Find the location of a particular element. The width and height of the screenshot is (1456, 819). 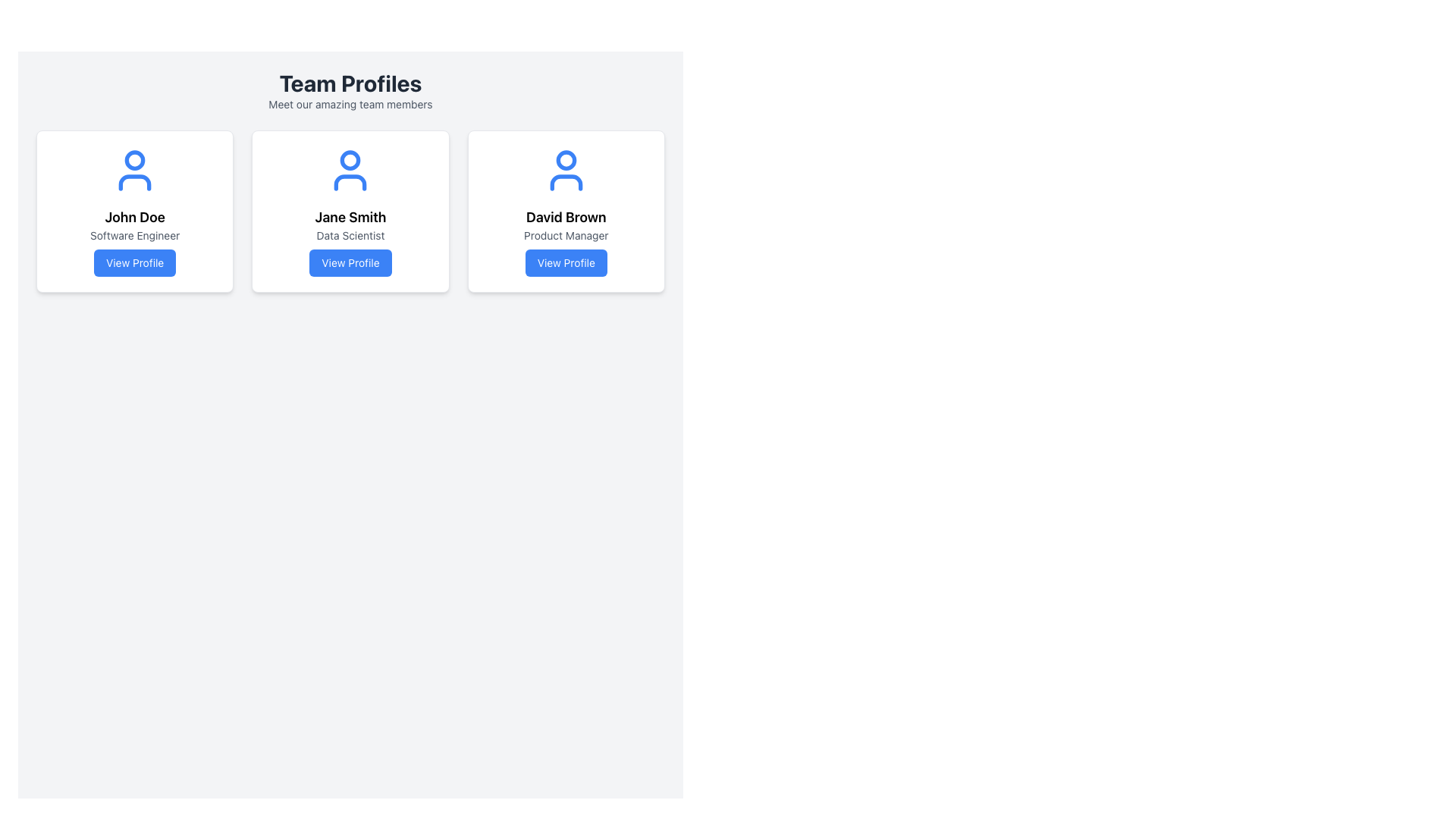

the text label indicating the job title of John Doe, which is positioned directly below his name and above the 'View Profile' button is located at coordinates (135, 236).